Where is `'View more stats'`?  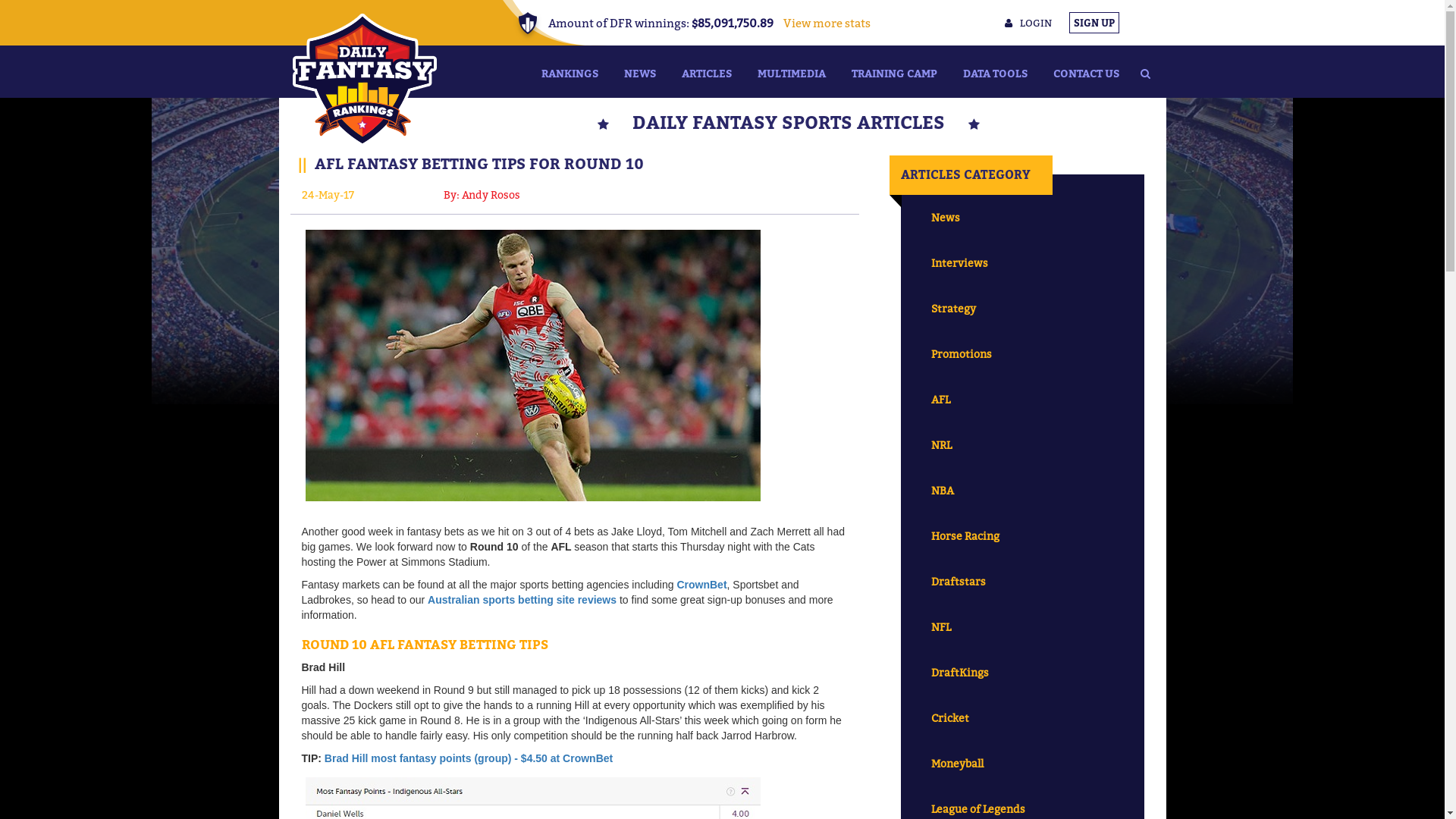 'View more stats' is located at coordinates (775, 23).